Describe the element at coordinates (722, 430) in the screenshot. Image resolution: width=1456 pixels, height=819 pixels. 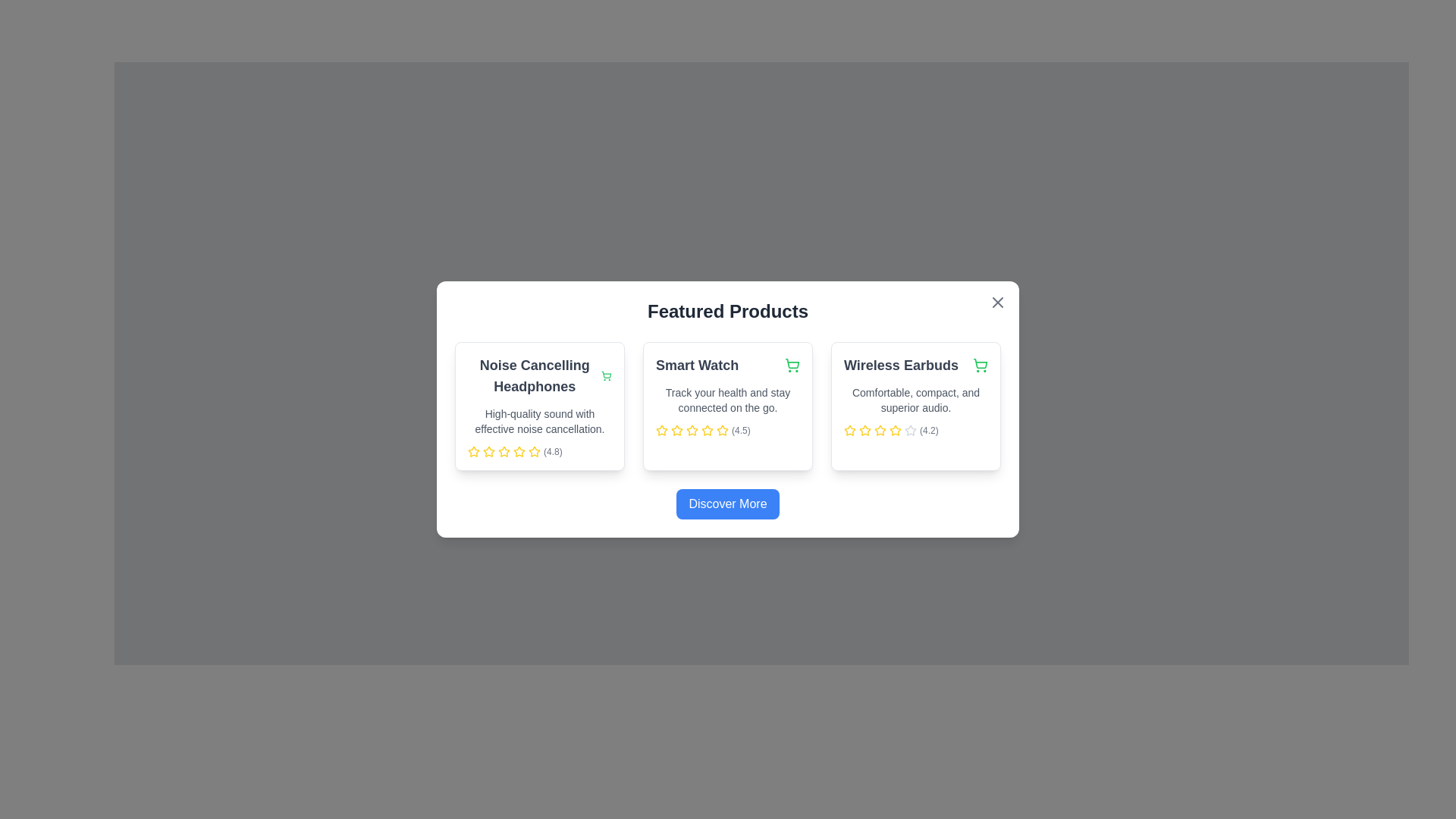
I see `the 6th yellow outlined star icon representing a rating in the 'Smart Watch' product section` at that location.